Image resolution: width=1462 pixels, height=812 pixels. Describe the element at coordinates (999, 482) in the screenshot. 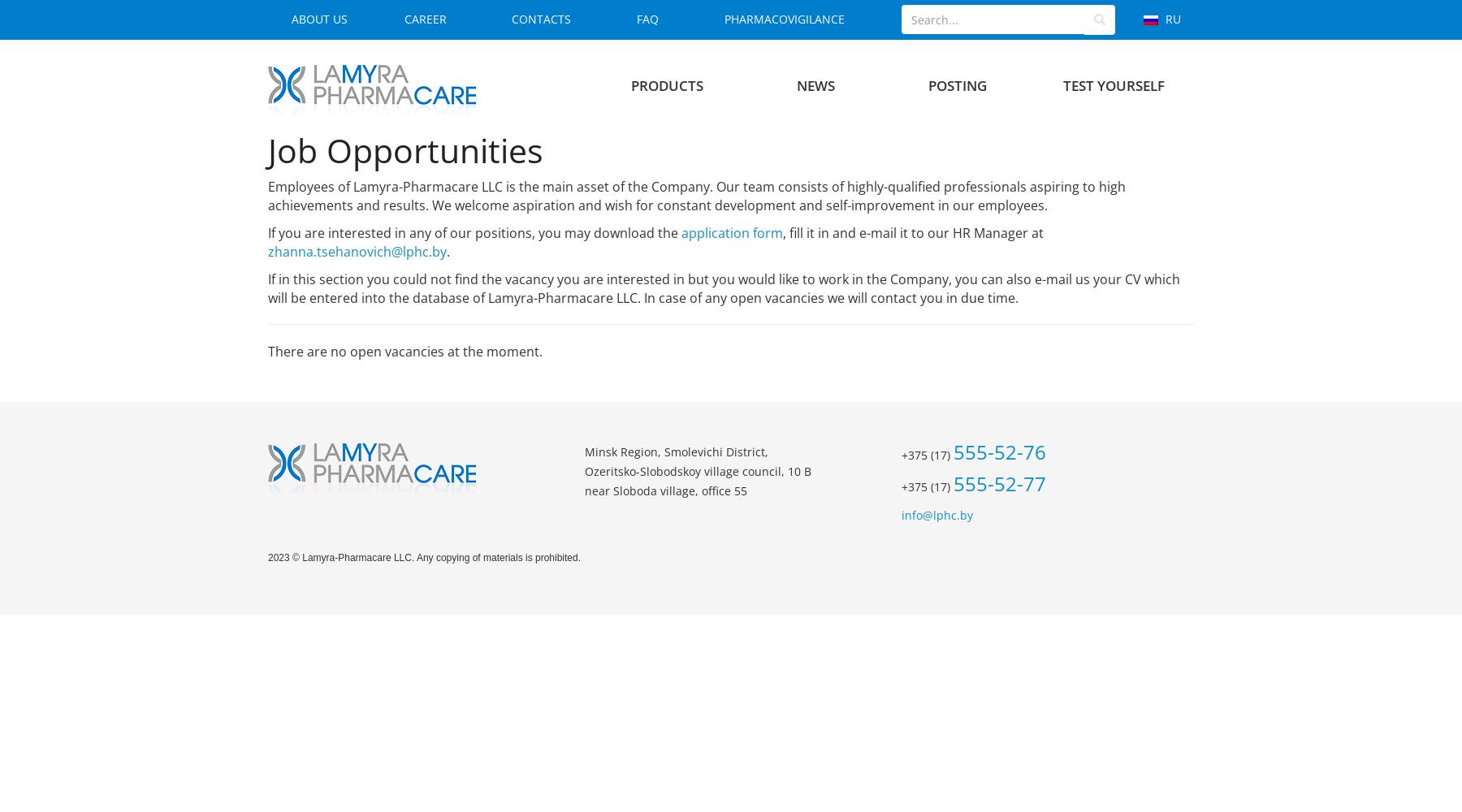

I see `'555-52-77'` at that location.